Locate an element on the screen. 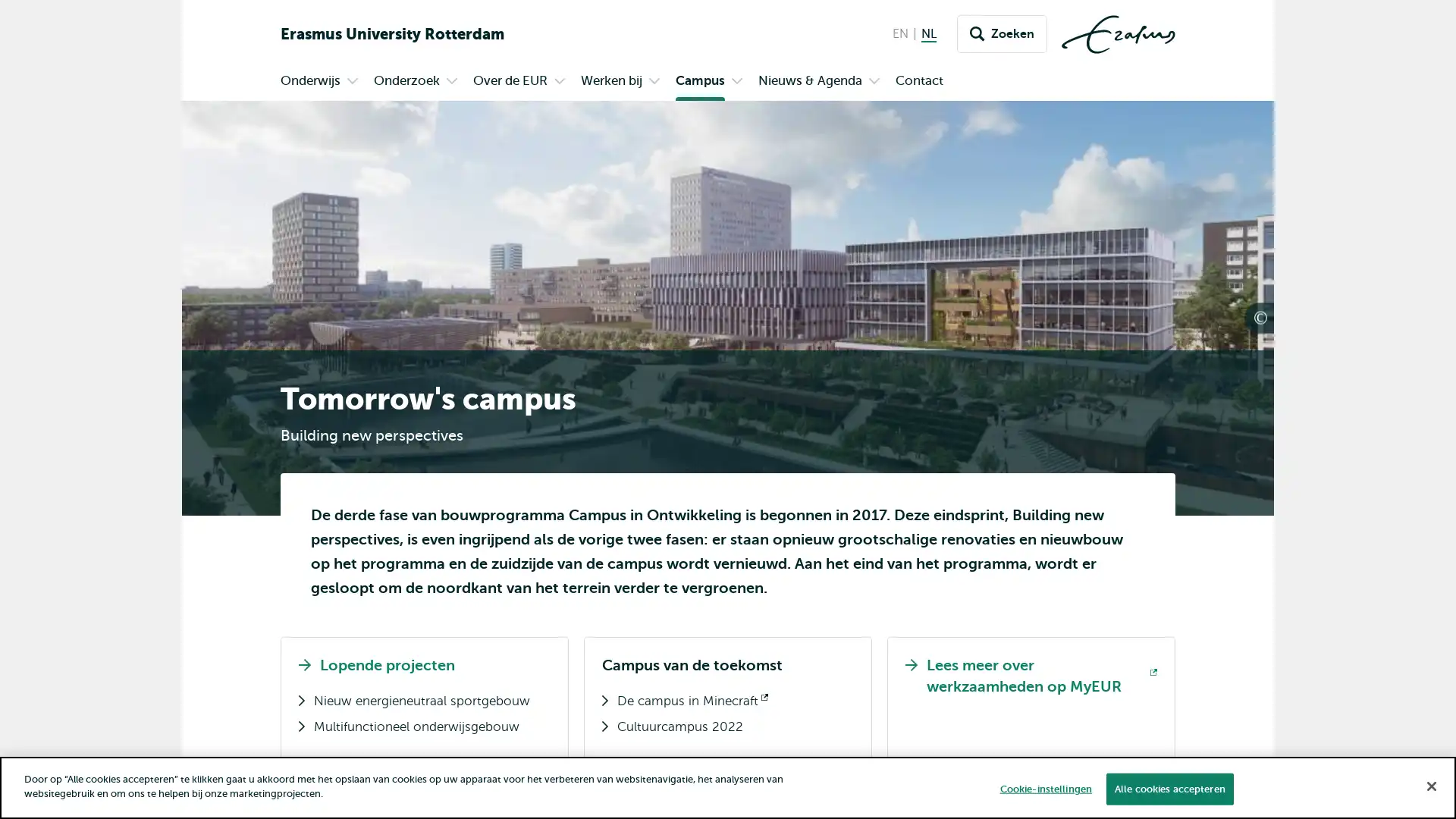  Open submenu is located at coordinates (559, 82).